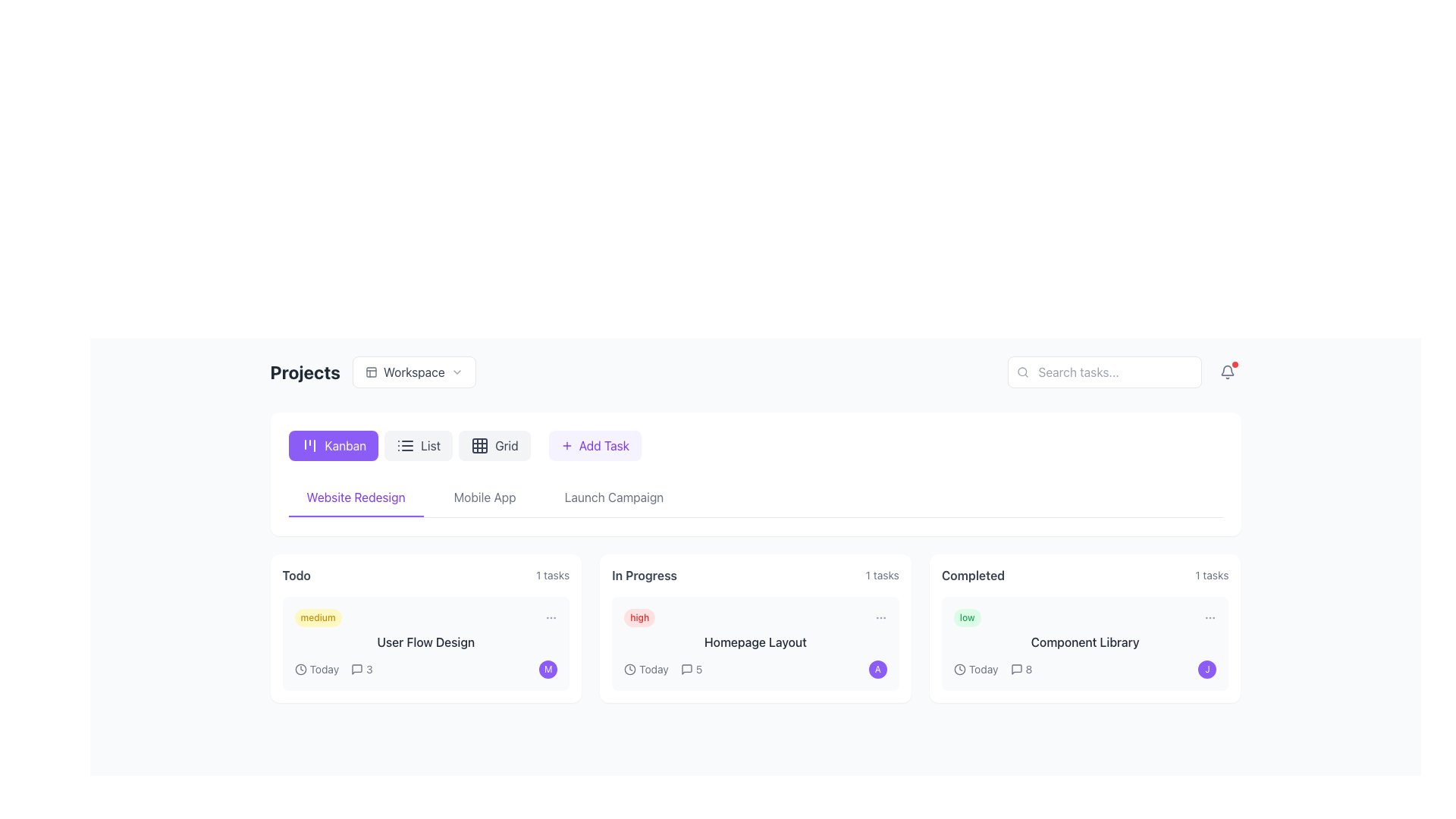  What do you see at coordinates (663, 669) in the screenshot?
I see `the 'Today' text label indicating a status of '5' located in the middle column under the 'In Progress' section of the 'Homepage Layout' task box` at bounding box center [663, 669].